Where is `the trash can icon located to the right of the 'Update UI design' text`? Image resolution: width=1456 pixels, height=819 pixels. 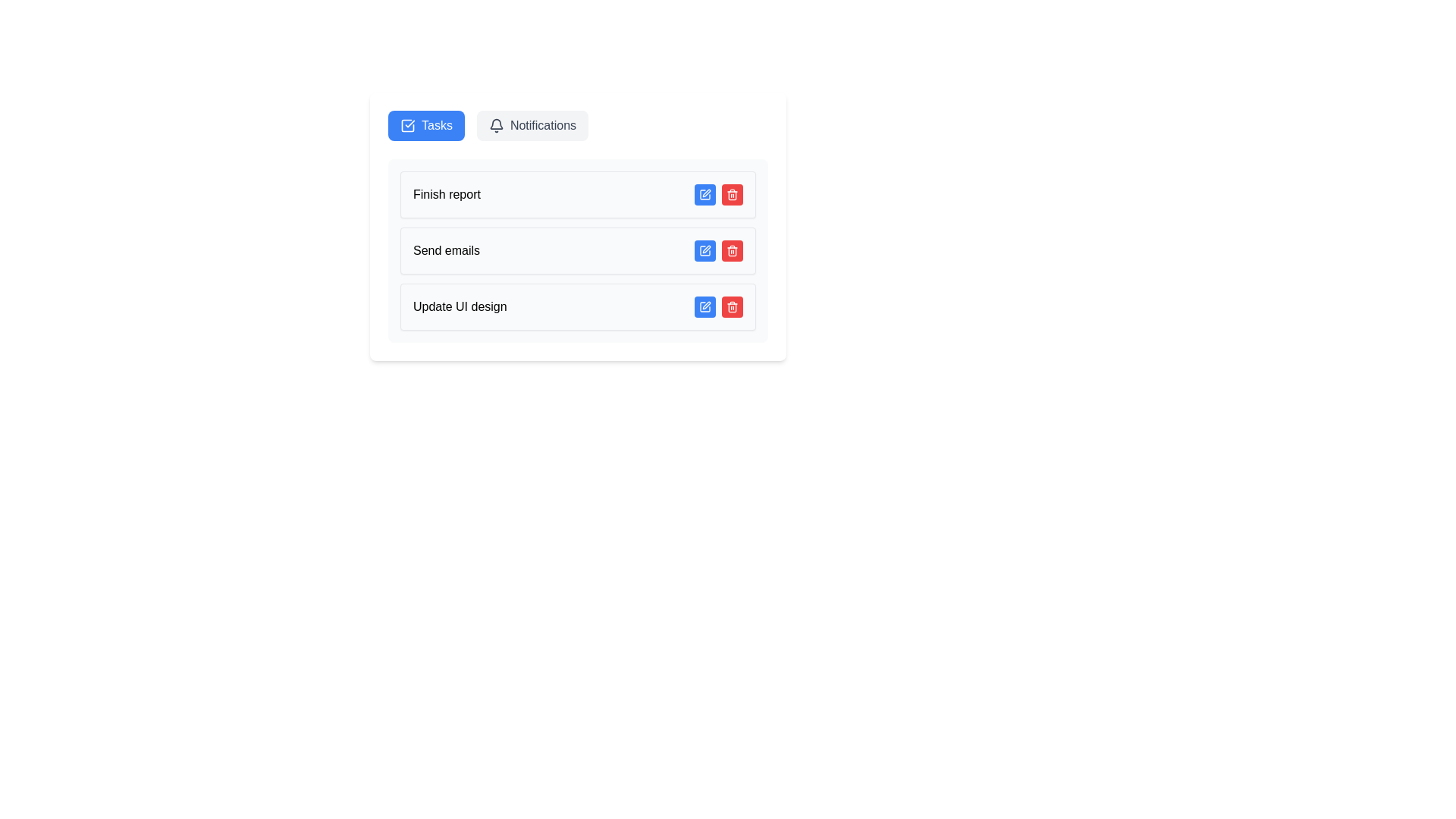
the trash can icon located to the right of the 'Update UI design' text is located at coordinates (732, 307).